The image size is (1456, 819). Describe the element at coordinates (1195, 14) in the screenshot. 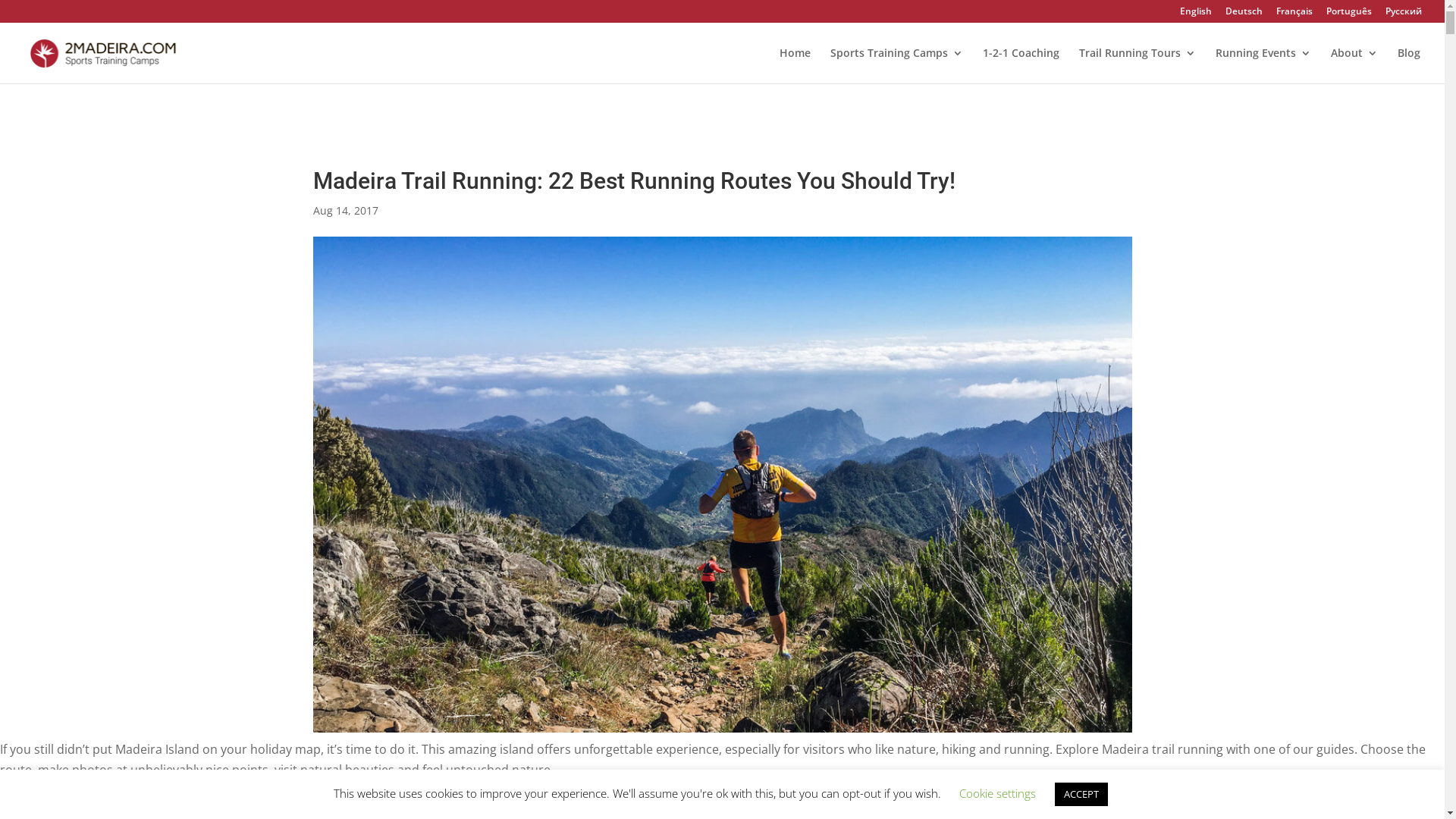

I see `'English'` at that location.